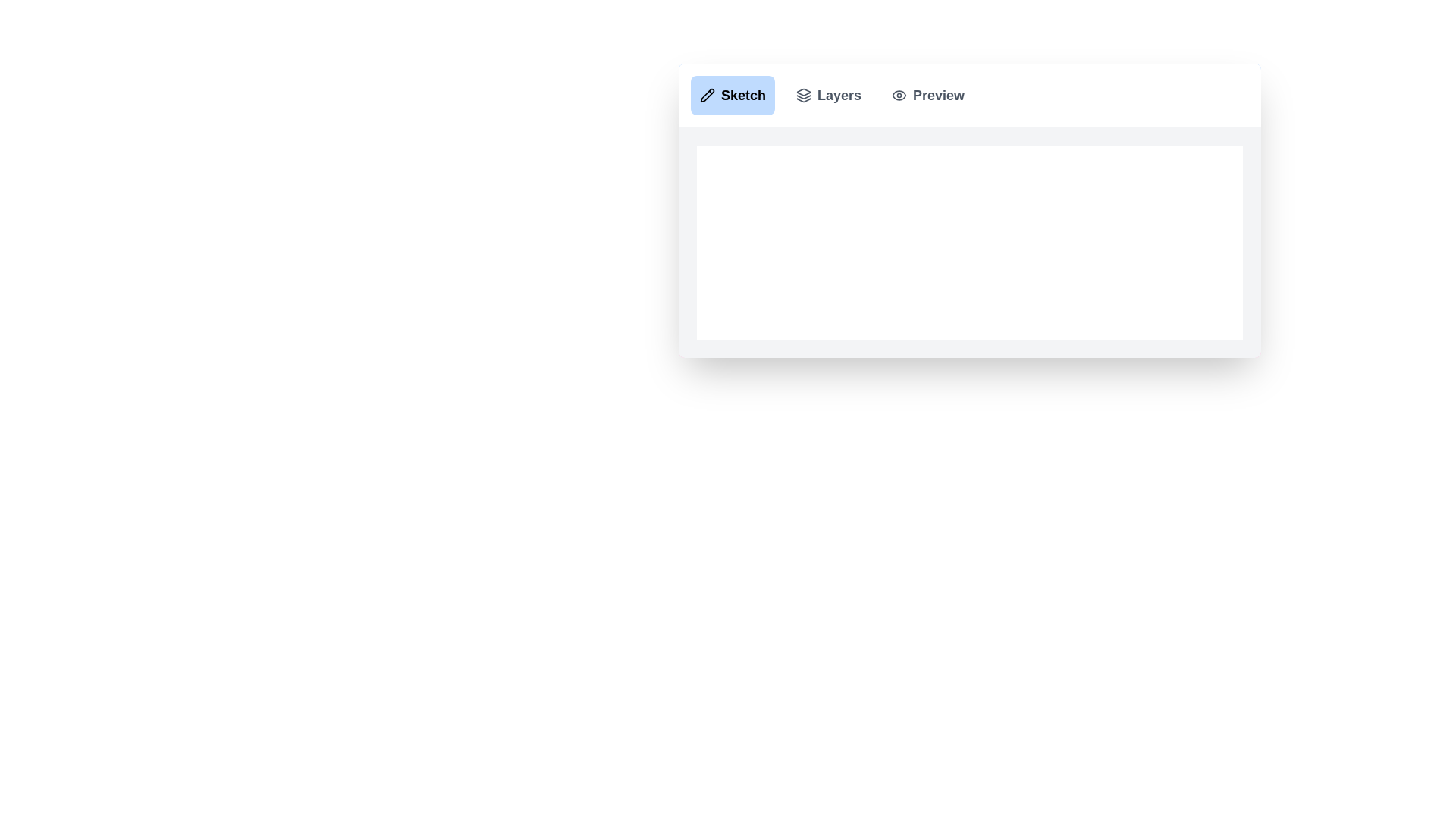 The width and height of the screenshot is (1456, 819). What do you see at coordinates (927, 96) in the screenshot?
I see `the 'Preview' tab to view its content` at bounding box center [927, 96].